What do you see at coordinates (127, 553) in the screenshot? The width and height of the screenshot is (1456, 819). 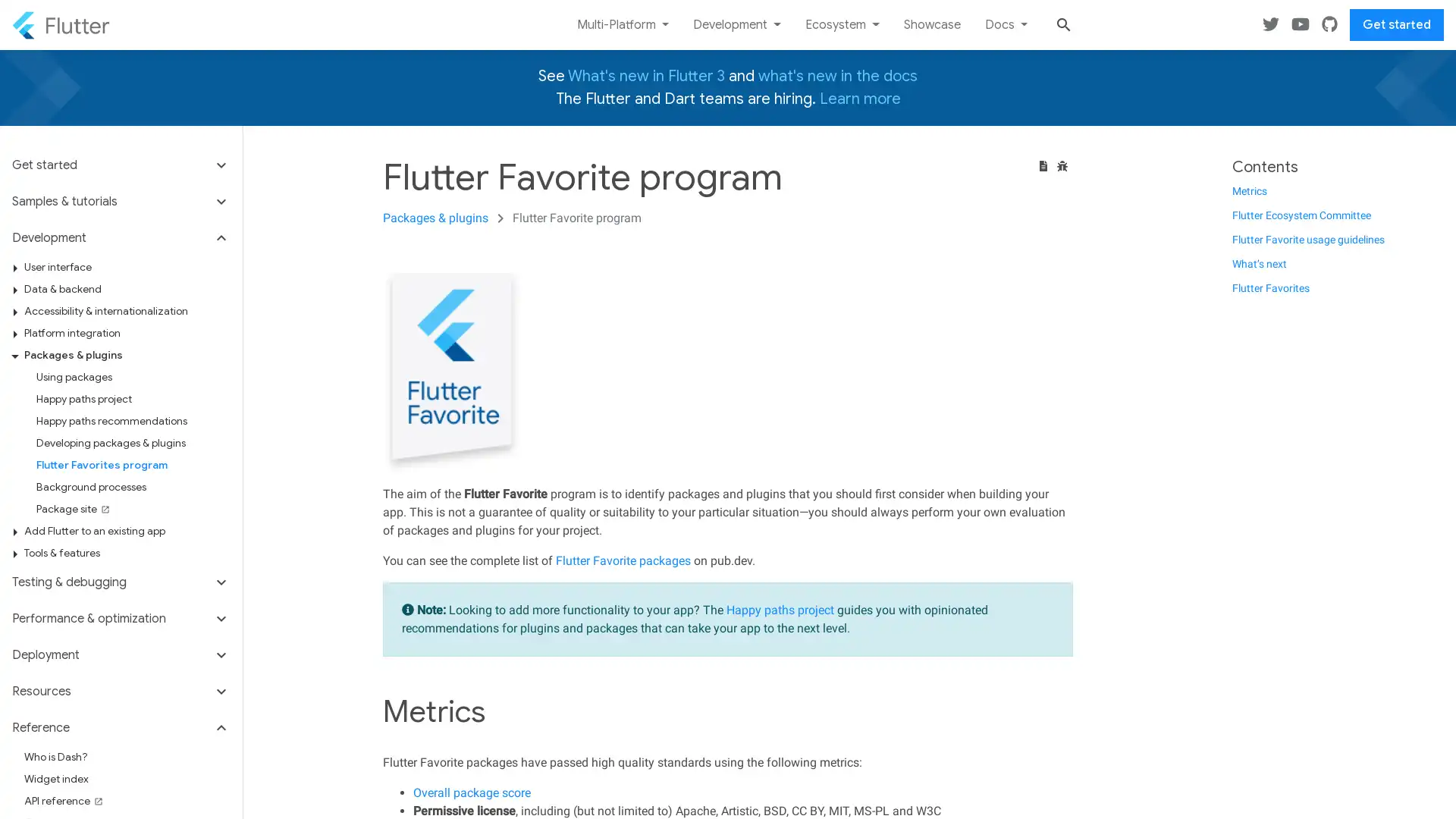 I see `arrow_drop_down Tools & features` at bounding box center [127, 553].